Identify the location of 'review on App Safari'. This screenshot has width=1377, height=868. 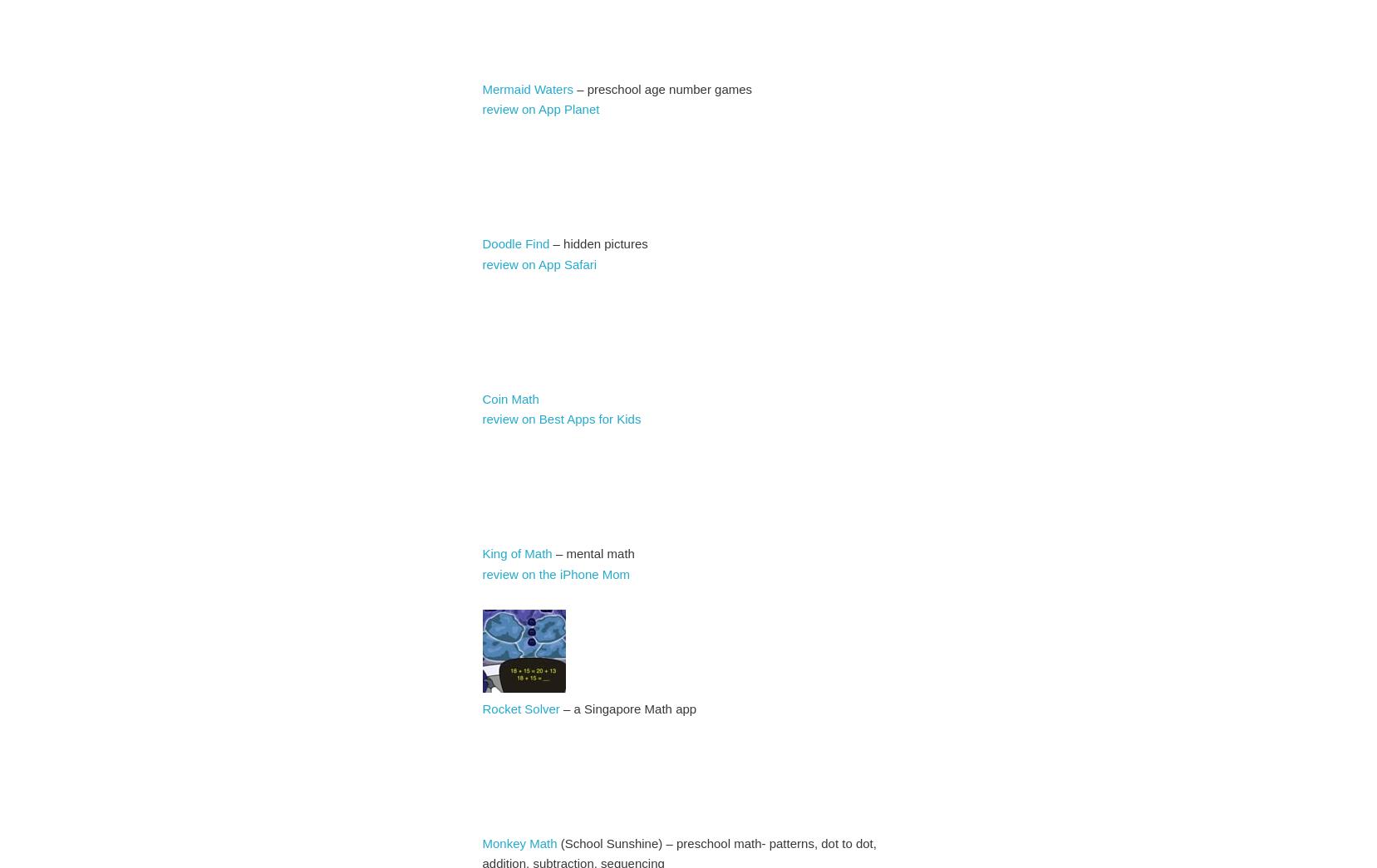
(541, 263).